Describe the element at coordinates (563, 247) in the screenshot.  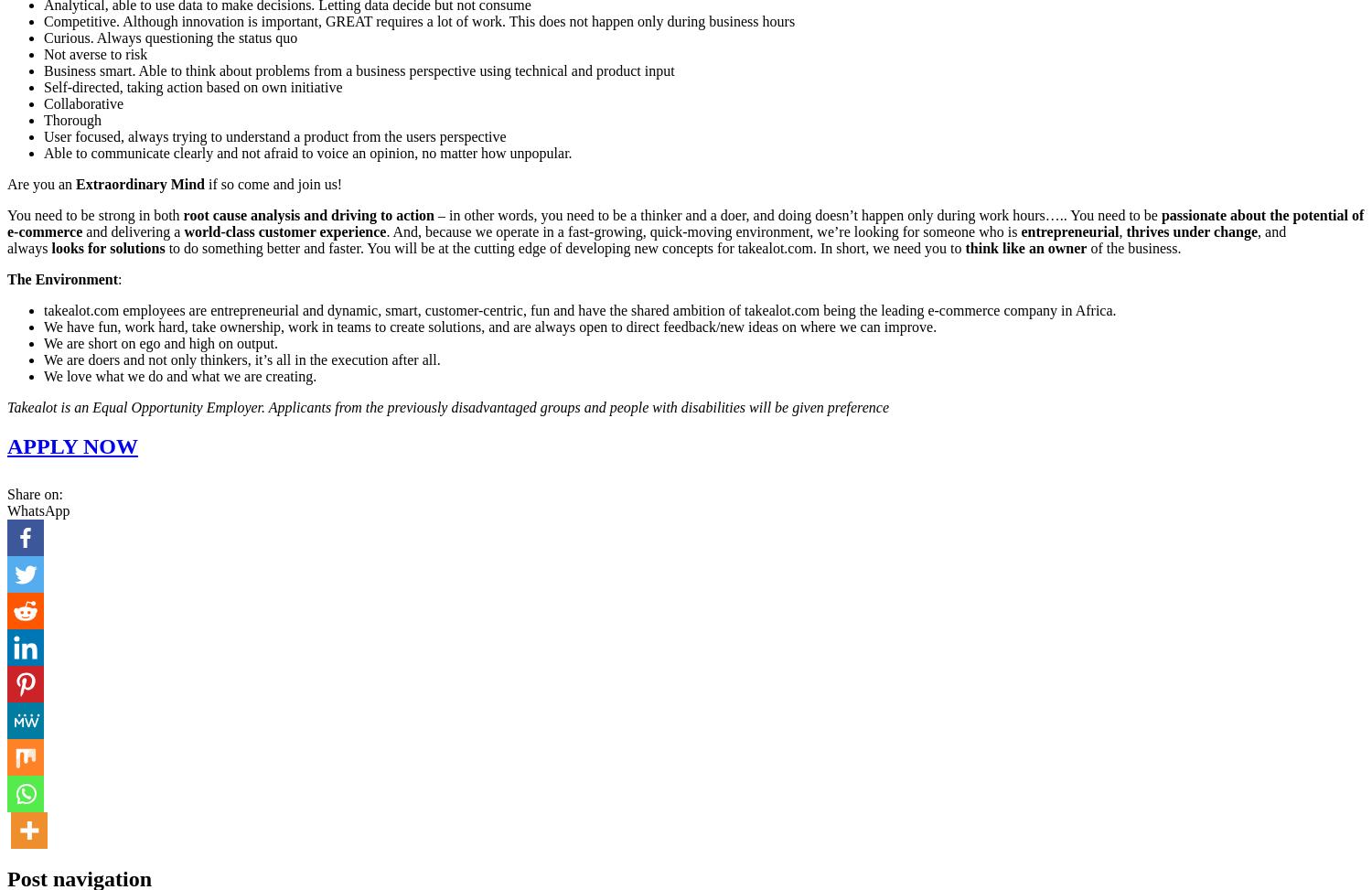
I see `'to do something better and faster. You will be at the cutting edge of developing new concepts for takealot.com. In short, we need you to'` at that location.